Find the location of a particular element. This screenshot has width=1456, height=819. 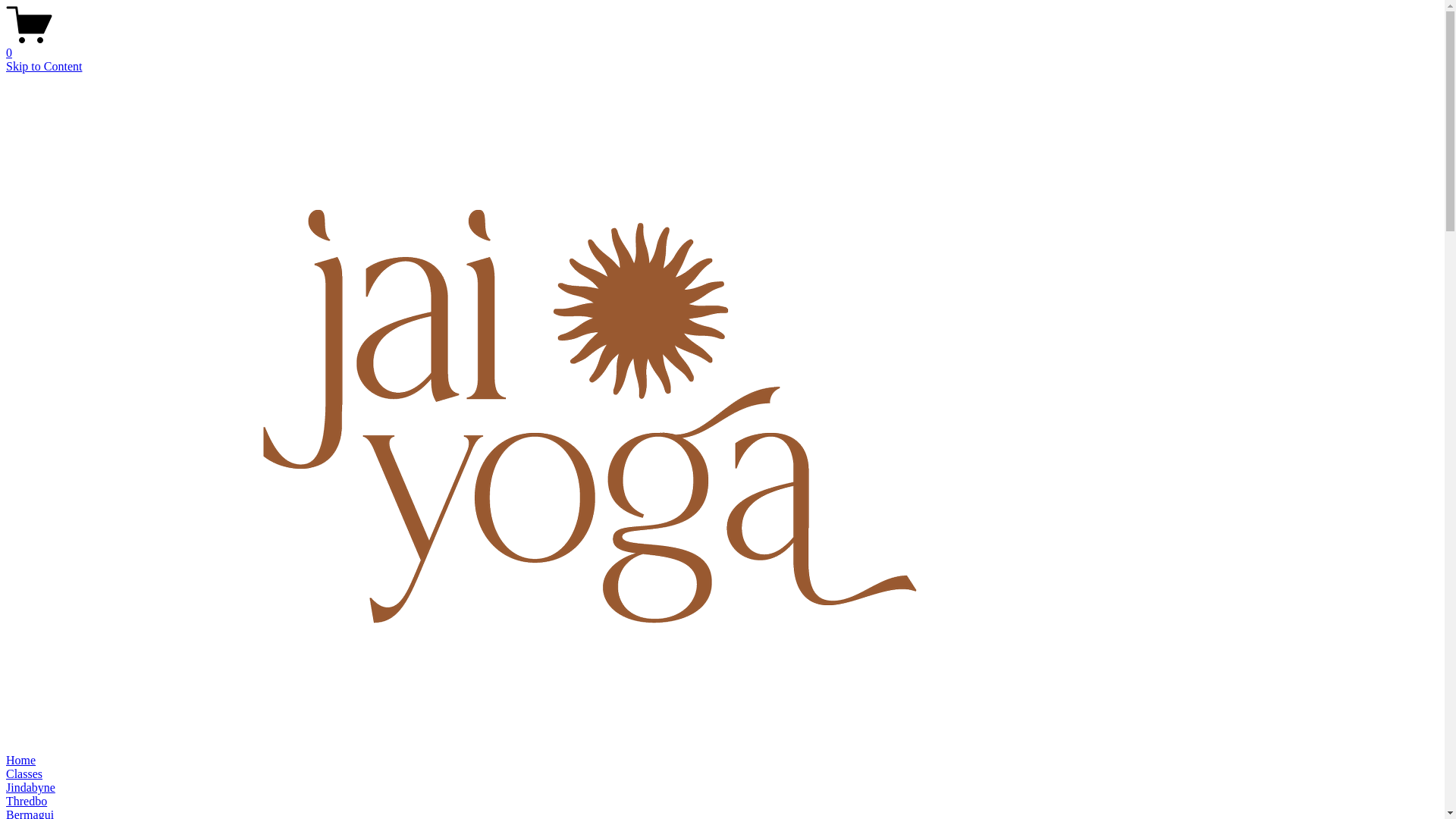

'Classes' is located at coordinates (24, 773).